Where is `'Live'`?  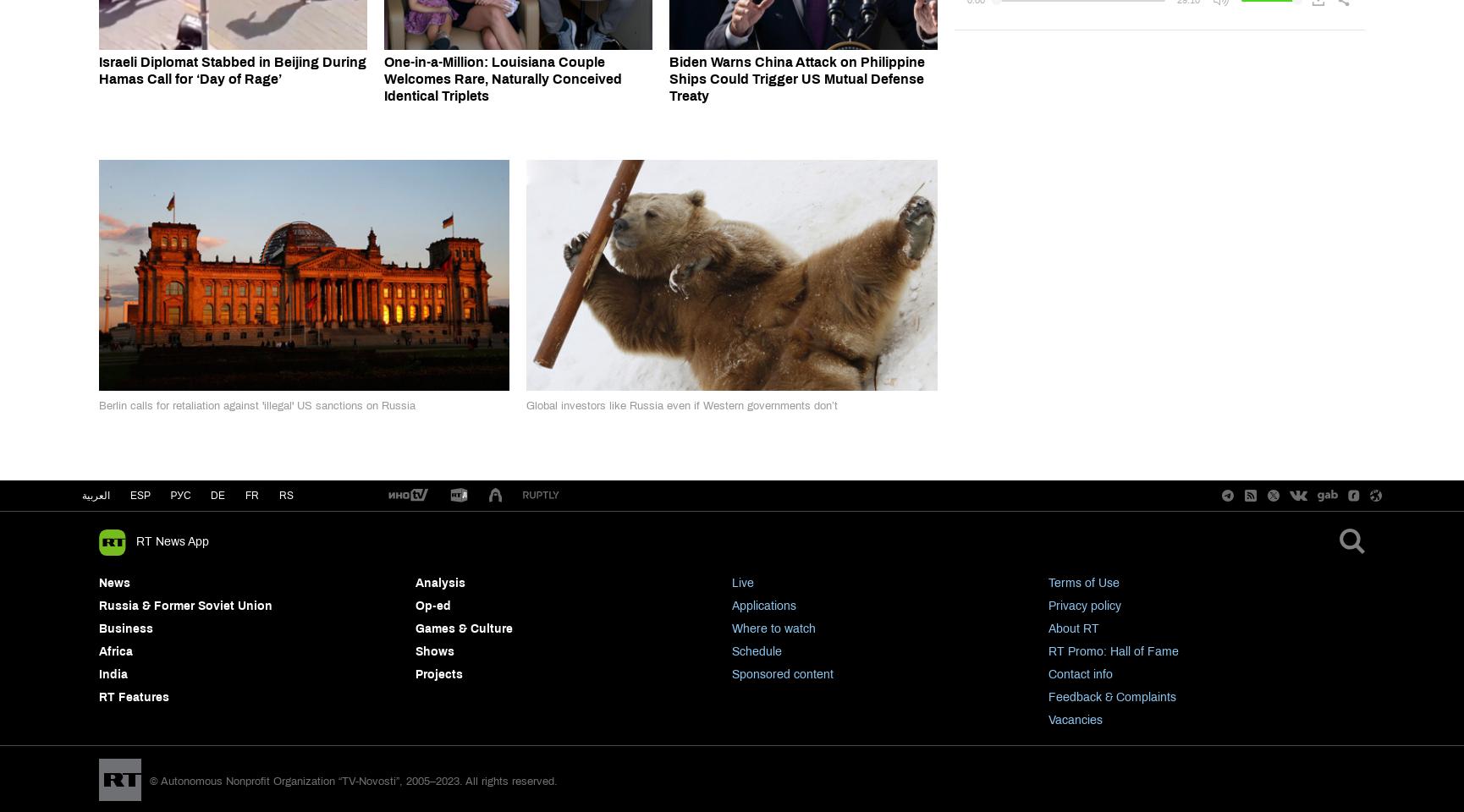 'Live' is located at coordinates (732, 583).